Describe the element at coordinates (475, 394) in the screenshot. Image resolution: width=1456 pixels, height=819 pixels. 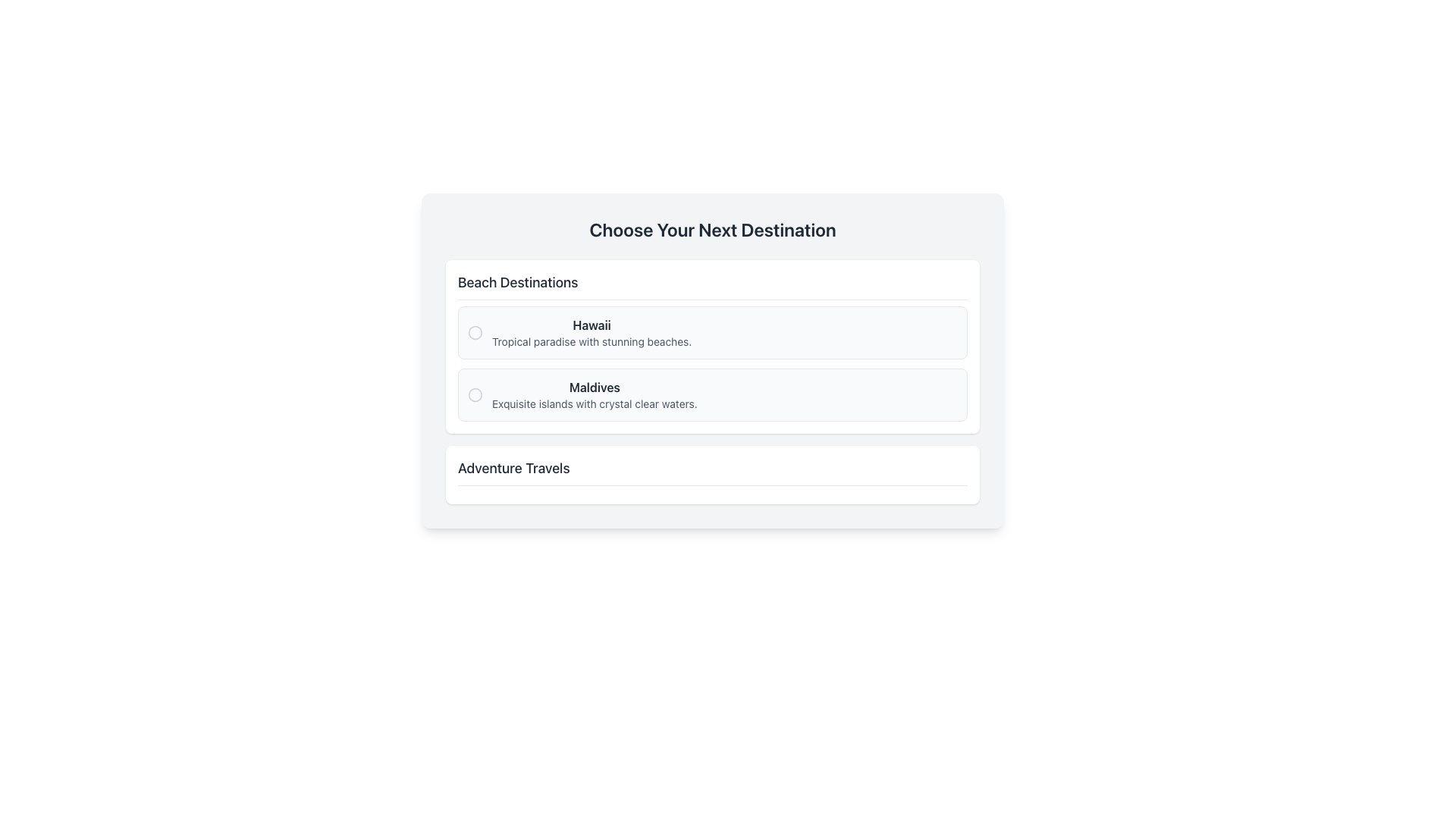
I see `the circular radio button indicator located before the text 'Maldives'` at that location.